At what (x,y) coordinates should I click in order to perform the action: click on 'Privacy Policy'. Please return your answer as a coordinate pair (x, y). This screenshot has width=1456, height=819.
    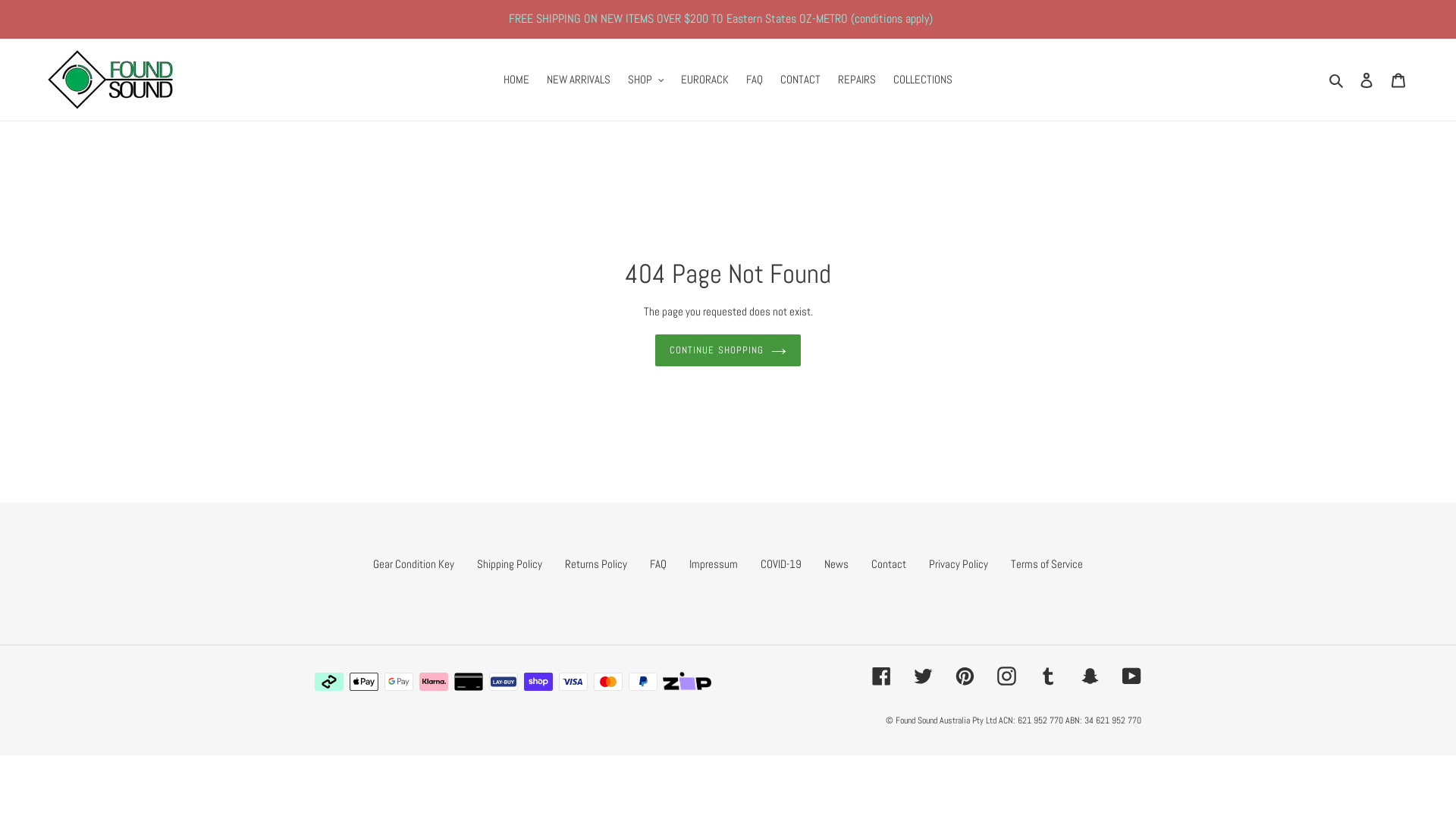
    Looking at the image, I should click on (957, 563).